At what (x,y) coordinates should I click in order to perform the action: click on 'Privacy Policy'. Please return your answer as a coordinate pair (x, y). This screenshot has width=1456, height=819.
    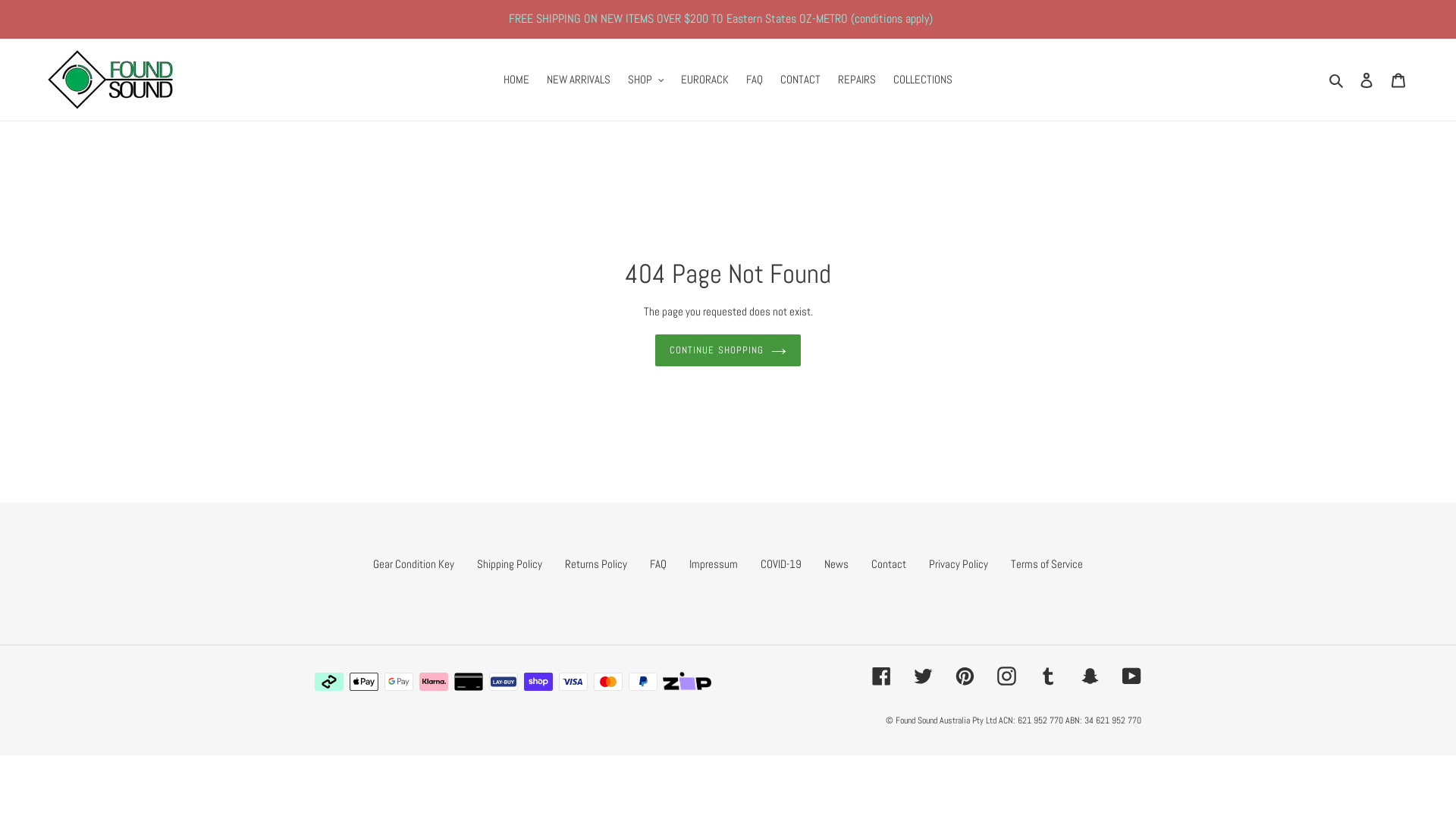
    Looking at the image, I should click on (957, 563).